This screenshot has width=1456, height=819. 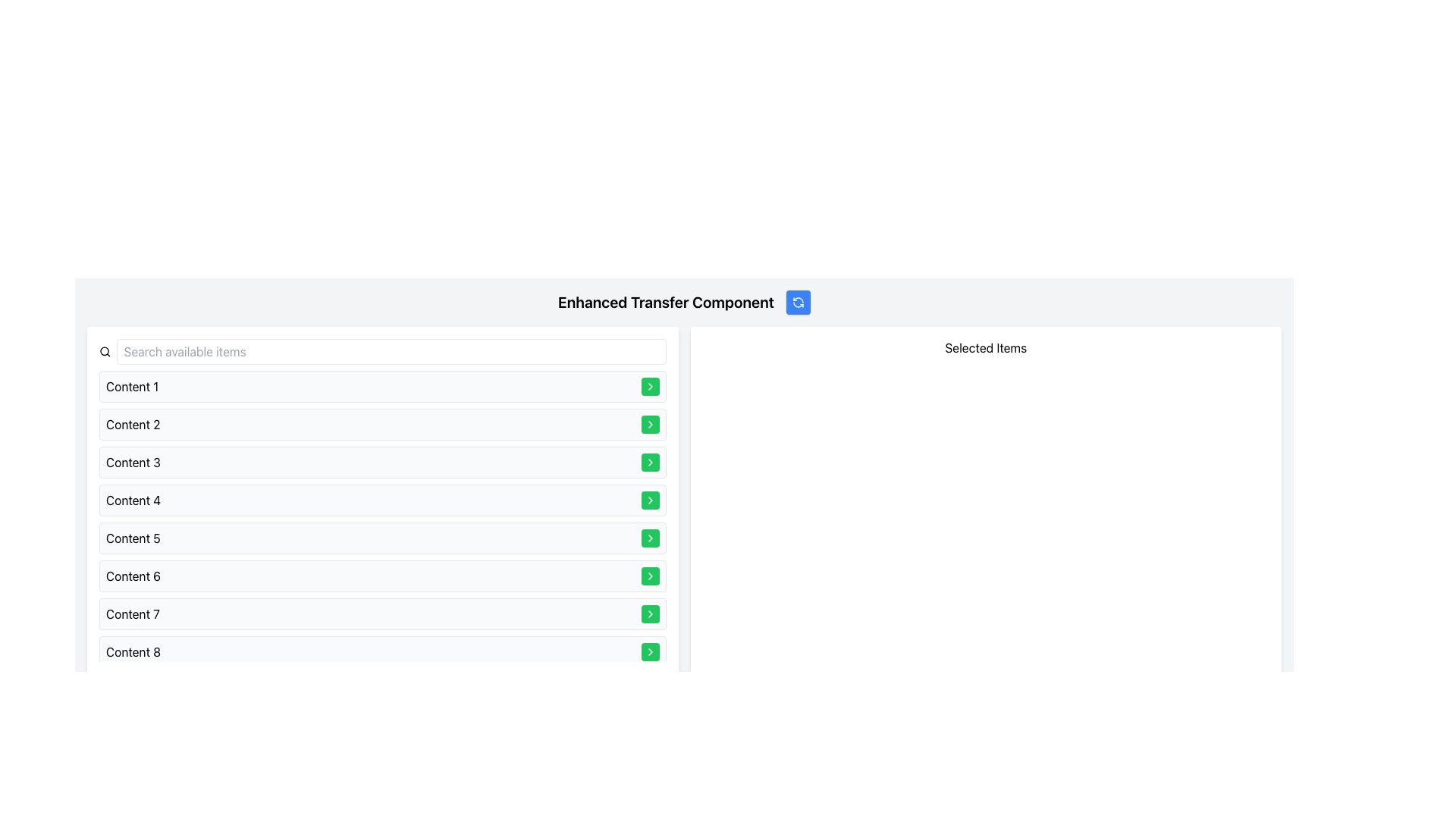 What do you see at coordinates (650, 461) in the screenshot?
I see `the button located in the third row of the list titled 'Content 3' on the far right` at bounding box center [650, 461].